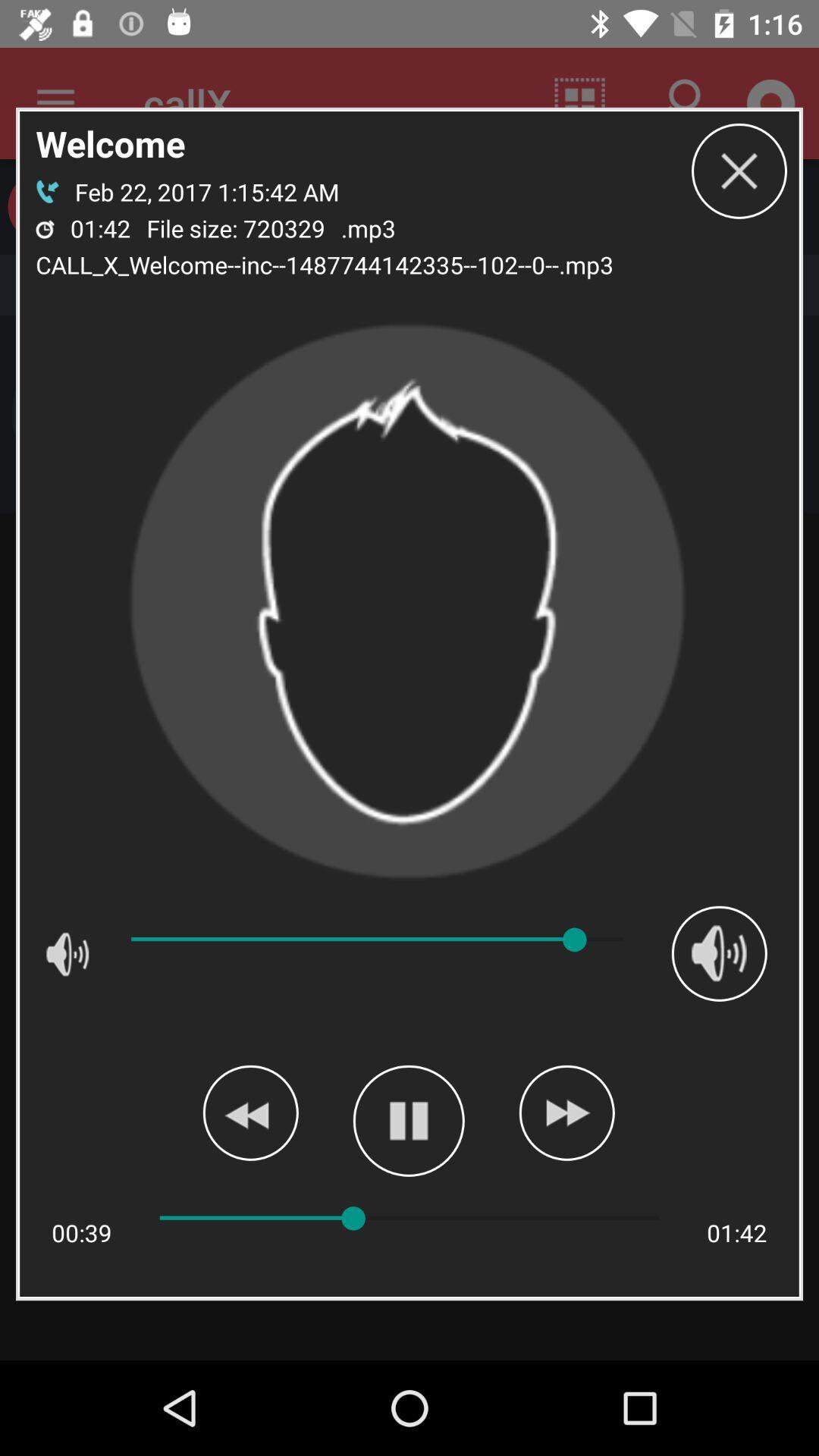  Describe the element at coordinates (408, 1121) in the screenshot. I see `play/pause file` at that location.